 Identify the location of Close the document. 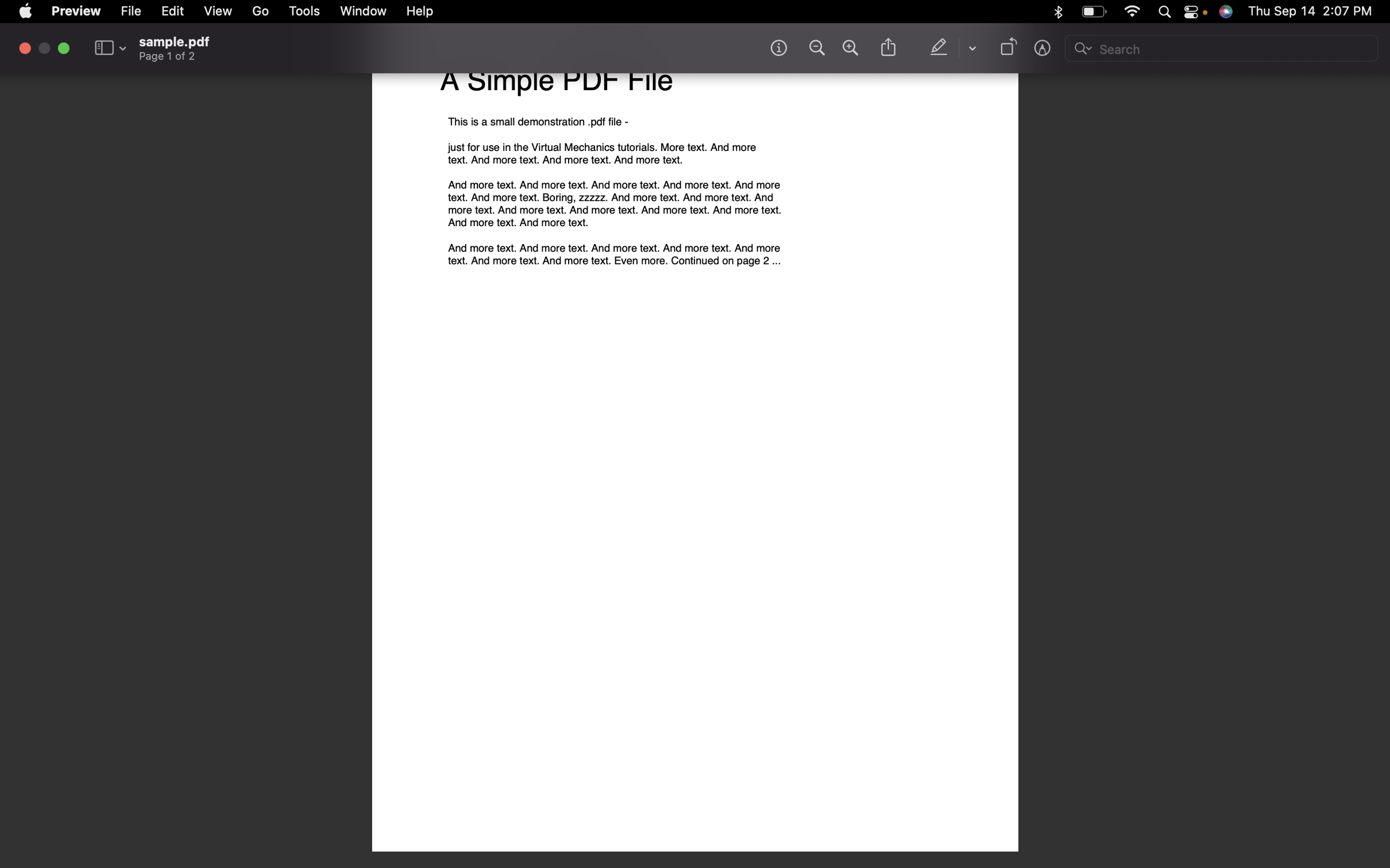
(25, 48).